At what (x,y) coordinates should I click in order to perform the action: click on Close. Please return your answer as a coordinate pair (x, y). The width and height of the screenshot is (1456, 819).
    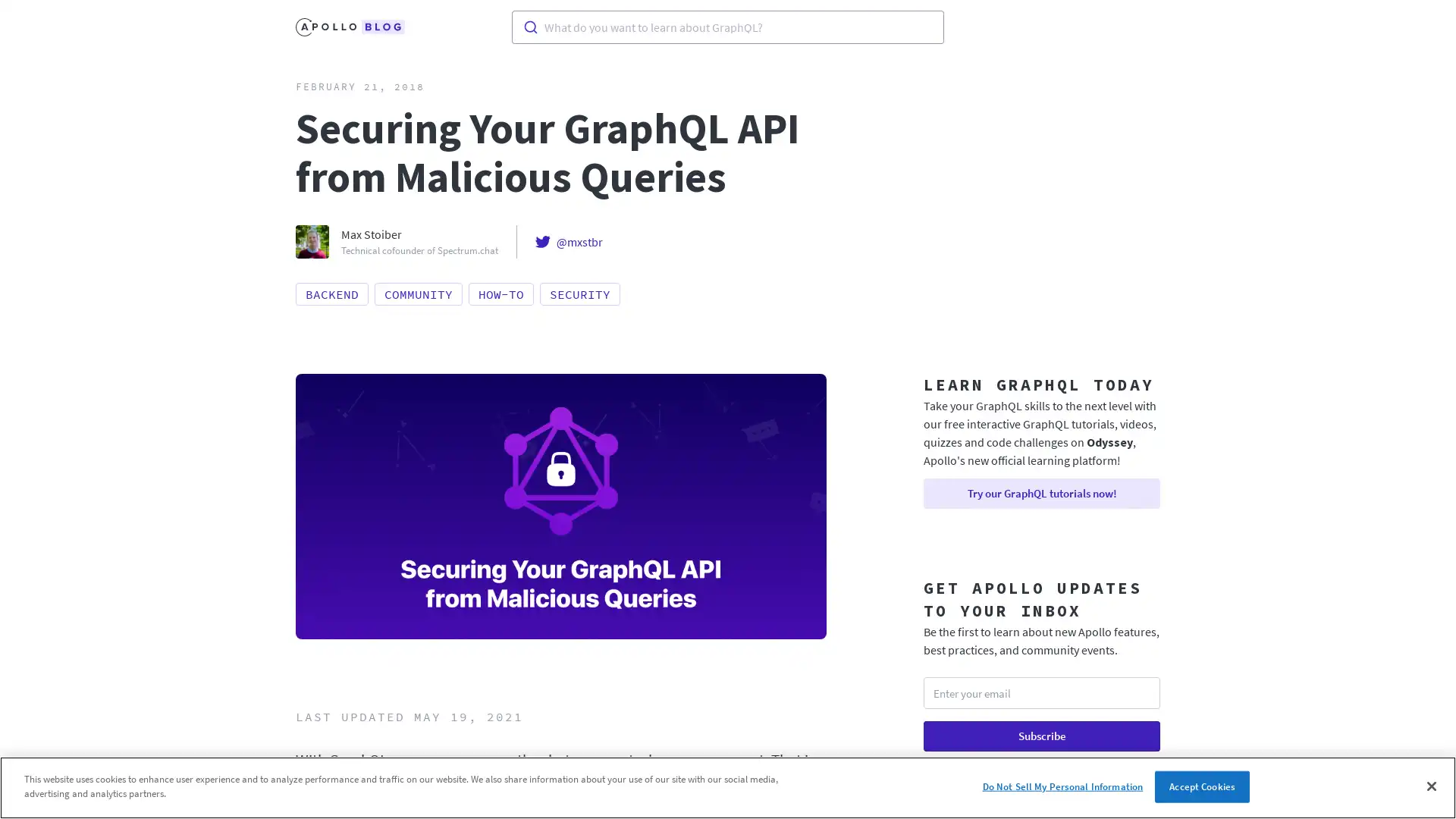
    Looking at the image, I should click on (1430, 785).